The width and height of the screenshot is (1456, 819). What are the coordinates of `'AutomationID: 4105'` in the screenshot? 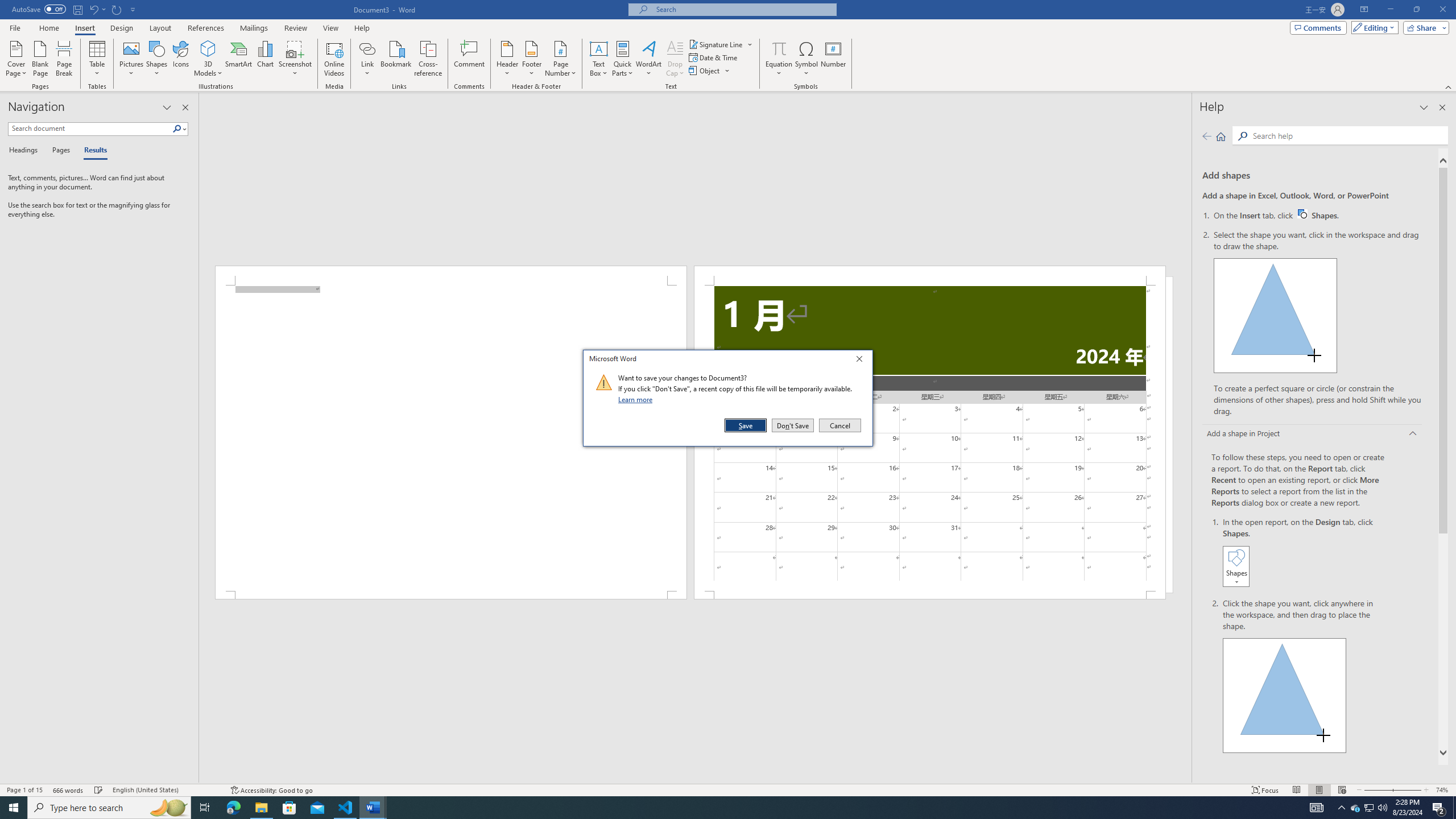 It's located at (1317, 806).